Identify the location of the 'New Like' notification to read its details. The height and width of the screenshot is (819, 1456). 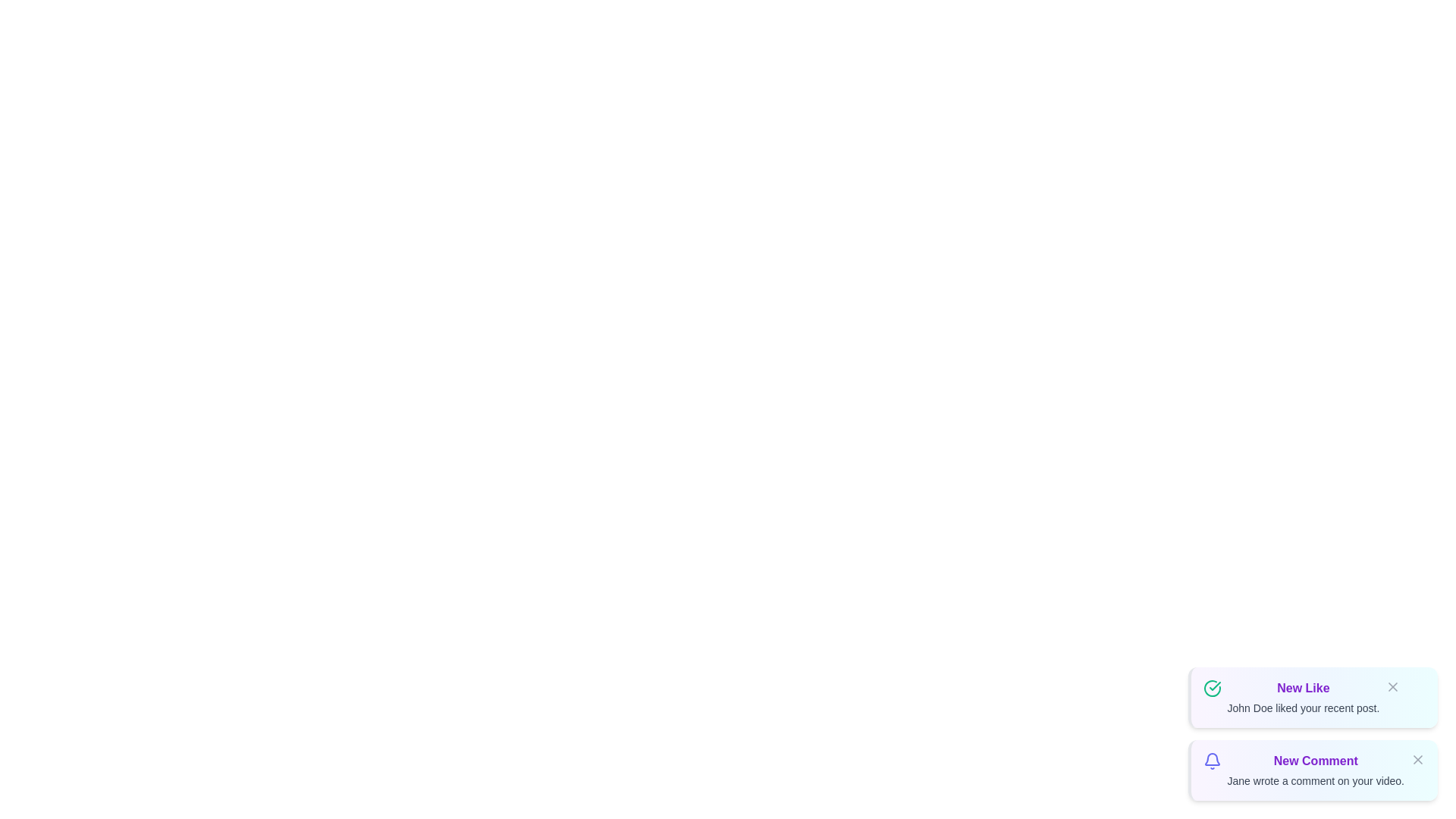
(1312, 698).